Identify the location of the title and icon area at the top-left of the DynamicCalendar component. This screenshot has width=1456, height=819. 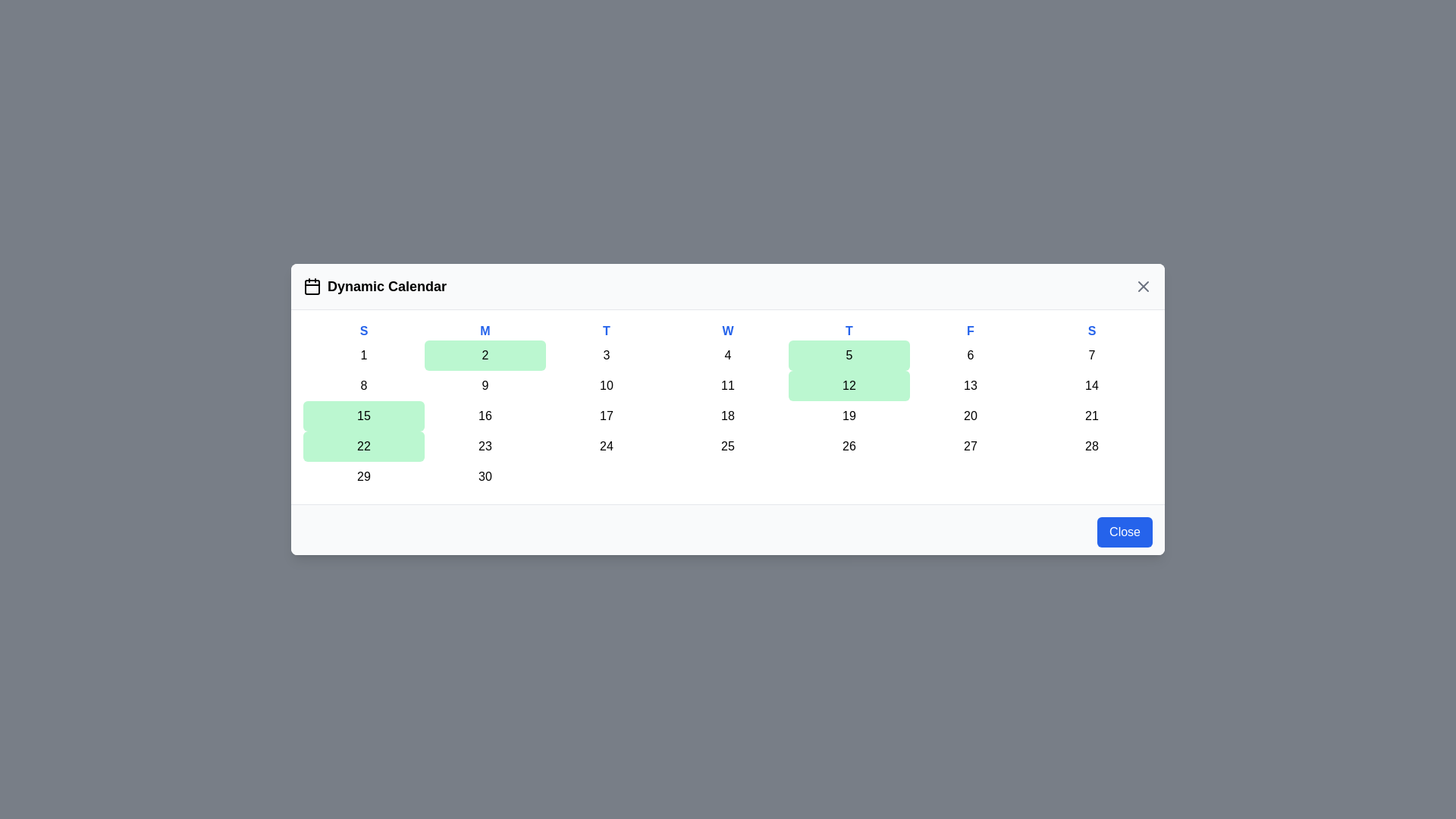
(375, 287).